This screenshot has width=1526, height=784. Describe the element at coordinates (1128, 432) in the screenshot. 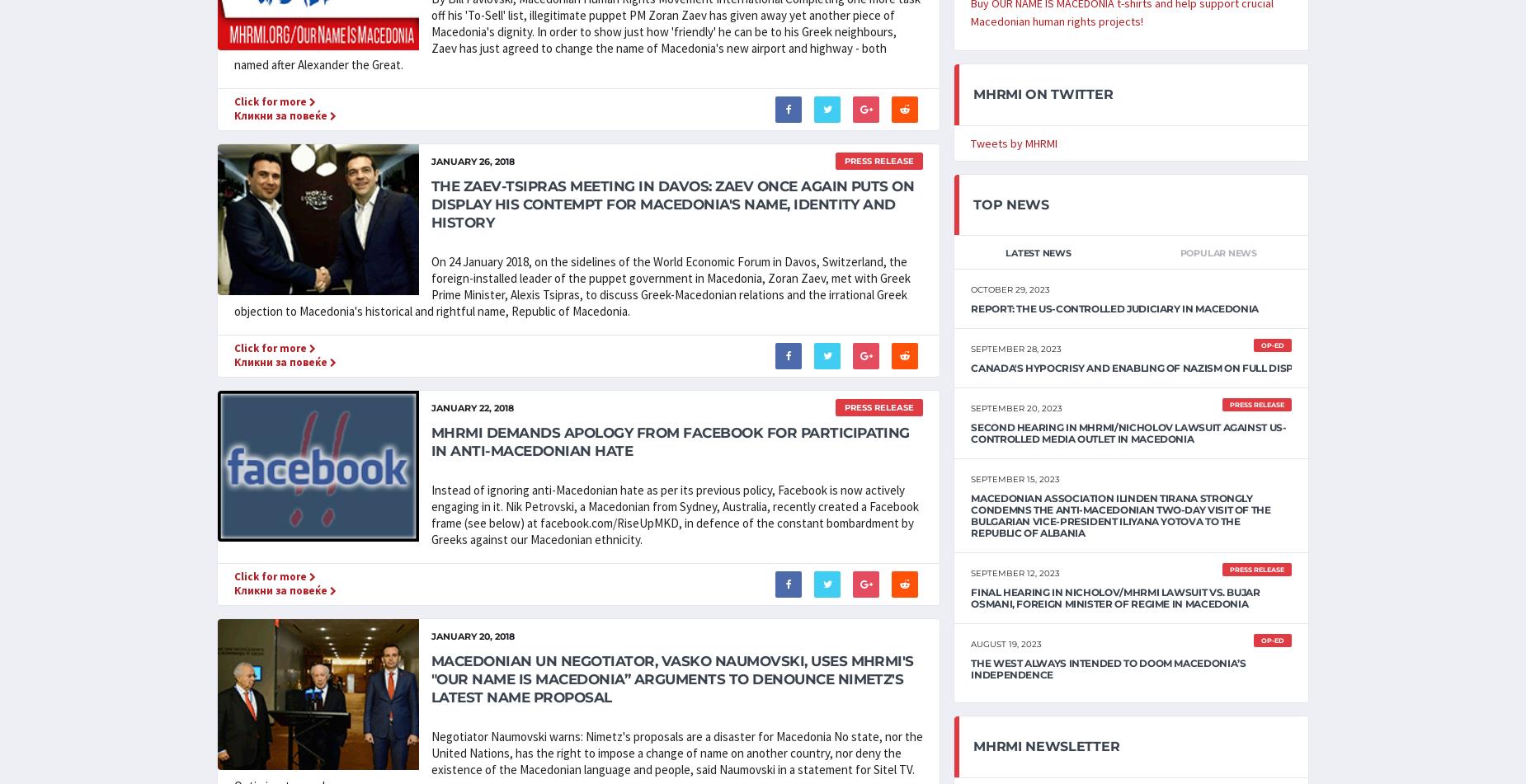

I see `'Second Hearing in MHRMI/Nicholov Lawsuit Against US-Controlled Media Outlet in Macedonia'` at that location.